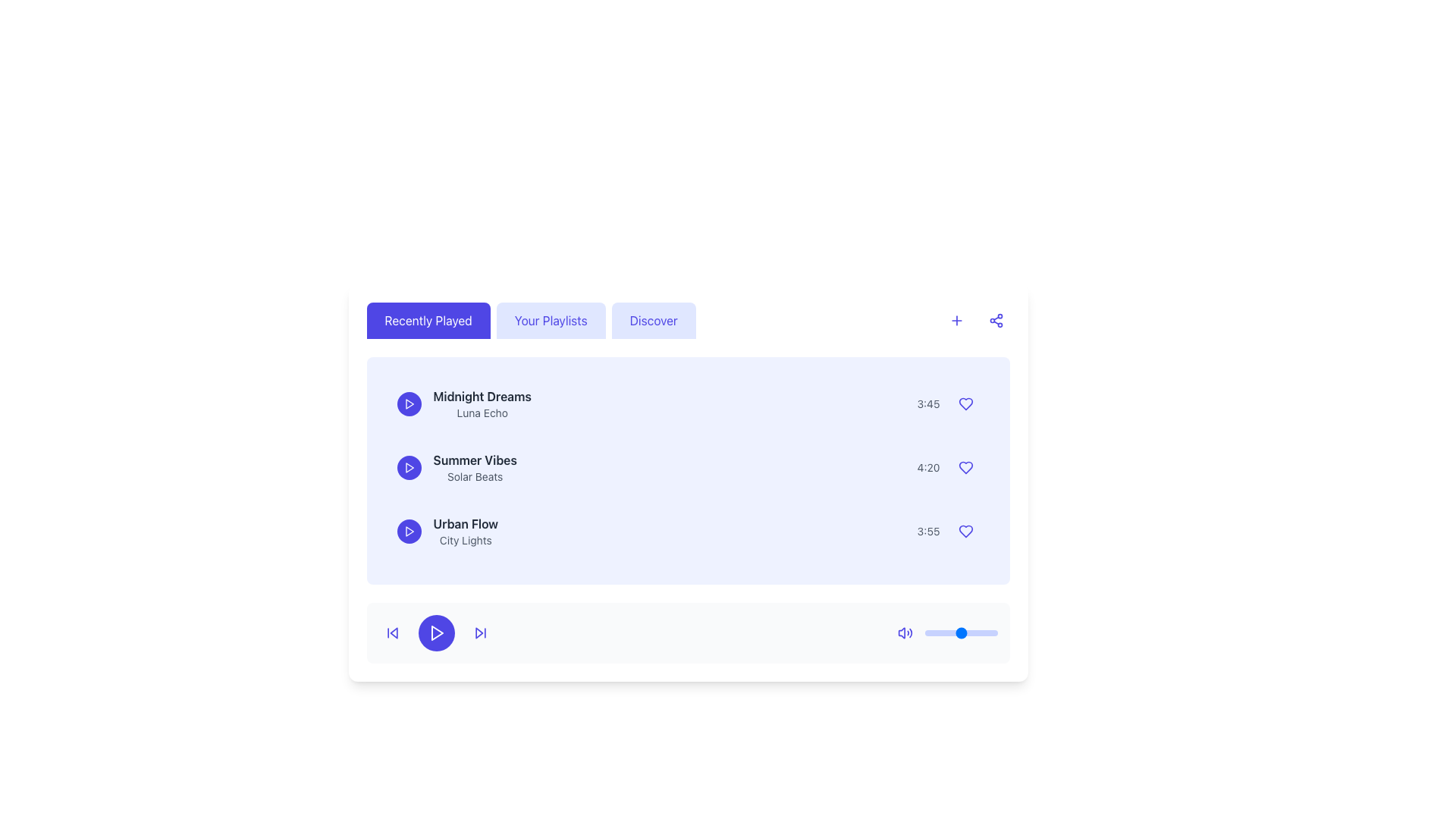 The height and width of the screenshot is (819, 1456). Describe the element at coordinates (927, 467) in the screenshot. I see `the static text label displaying the timestamp '4:20', which is positioned in the second row of a list in the music playback interface` at that location.